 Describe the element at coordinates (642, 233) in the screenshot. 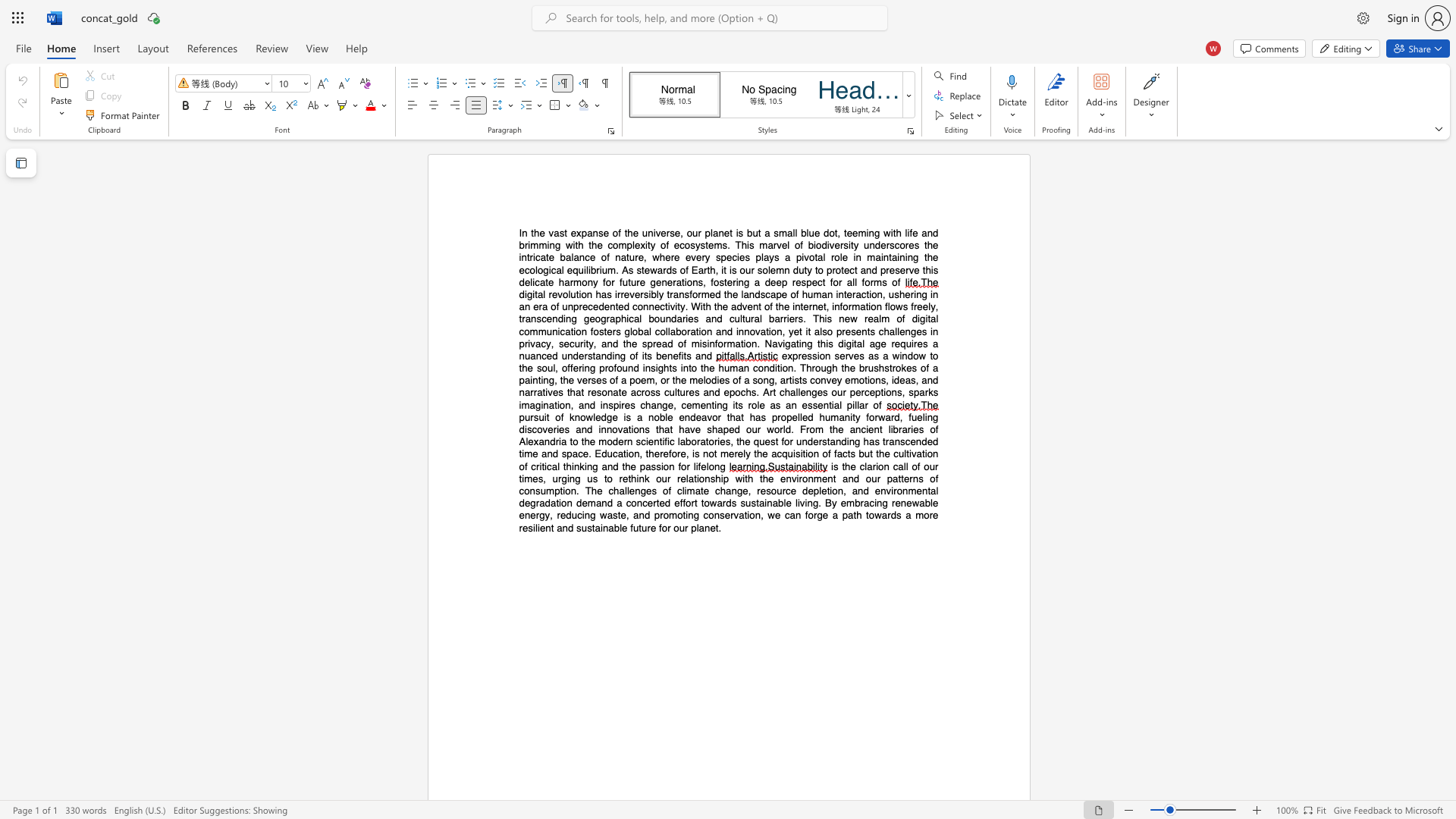

I see `the subset text "universe, our planet is but a small blue dot, teeming with life and brimming with the complexity" within the text "In the vast expanse of the universe, our planet is but a small blue dot, teeming with life and brimming with the complexity of ecosystems. This marvel of biodiversity underscores the intricate balance of nature, where every species plays a pivotal role in"` at that location.